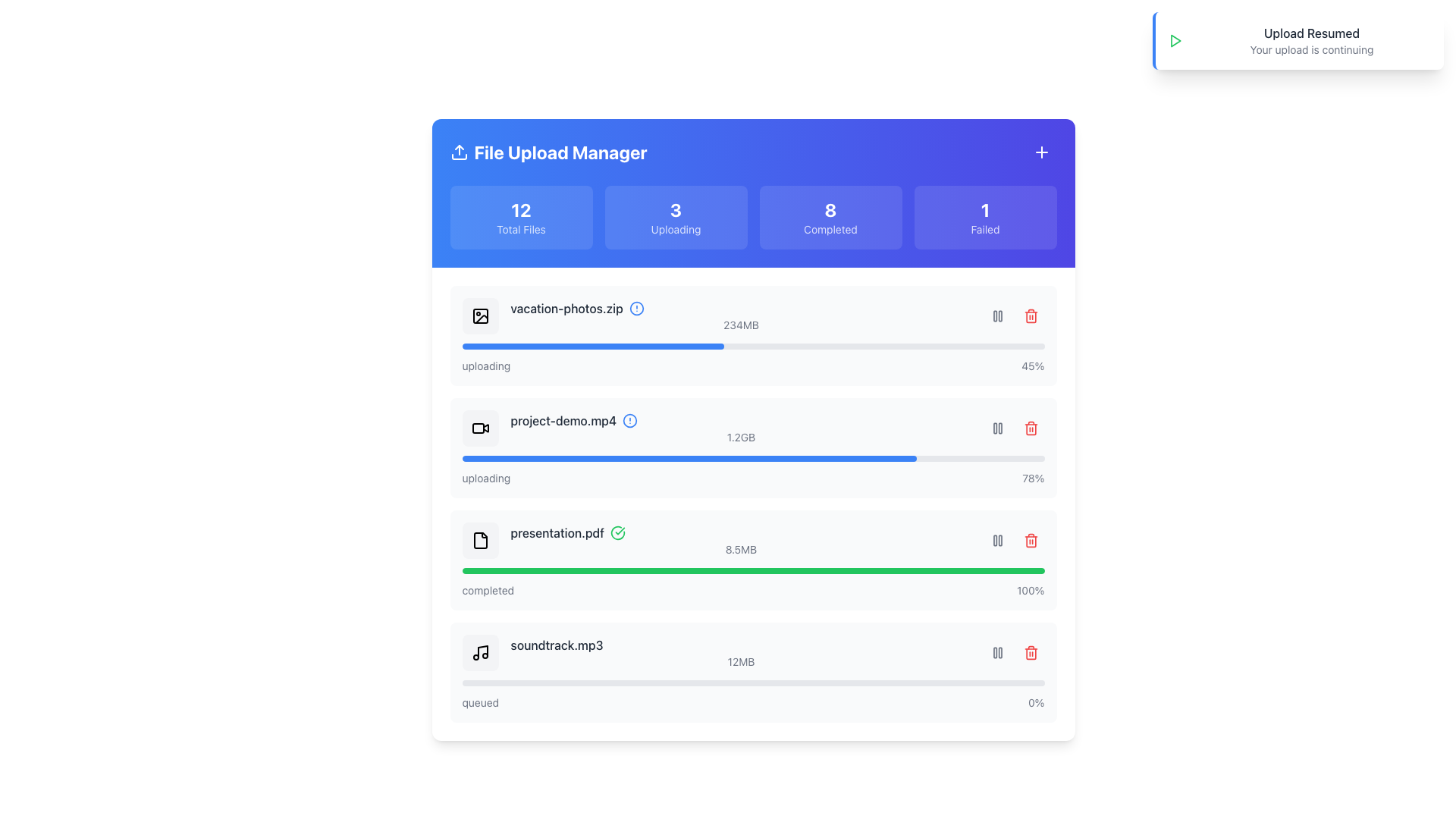 The height and width of the screenshot is (819, 1456). What do you see at coordinates (485, 428) in the screenshot?
I see `the triangular video file icon that denotes the type of the project-demo.mp4 file in the file management interface` at bounding box center [485, 428].